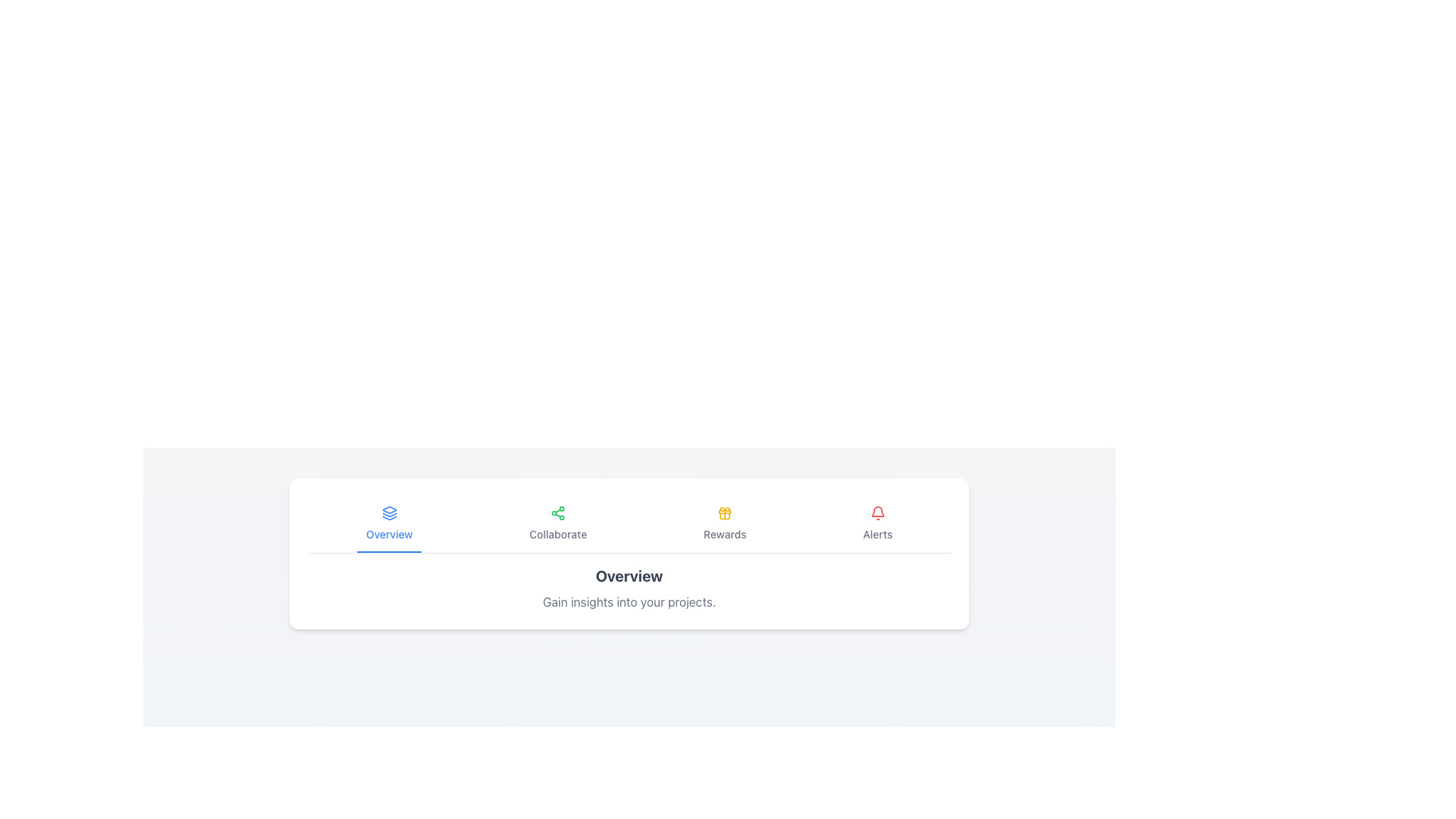 Image resolution: width=1456 pixels, height=819 pixels. I want to click on the 'Collaborate' icon located at the center of the button, so click(557, 513).